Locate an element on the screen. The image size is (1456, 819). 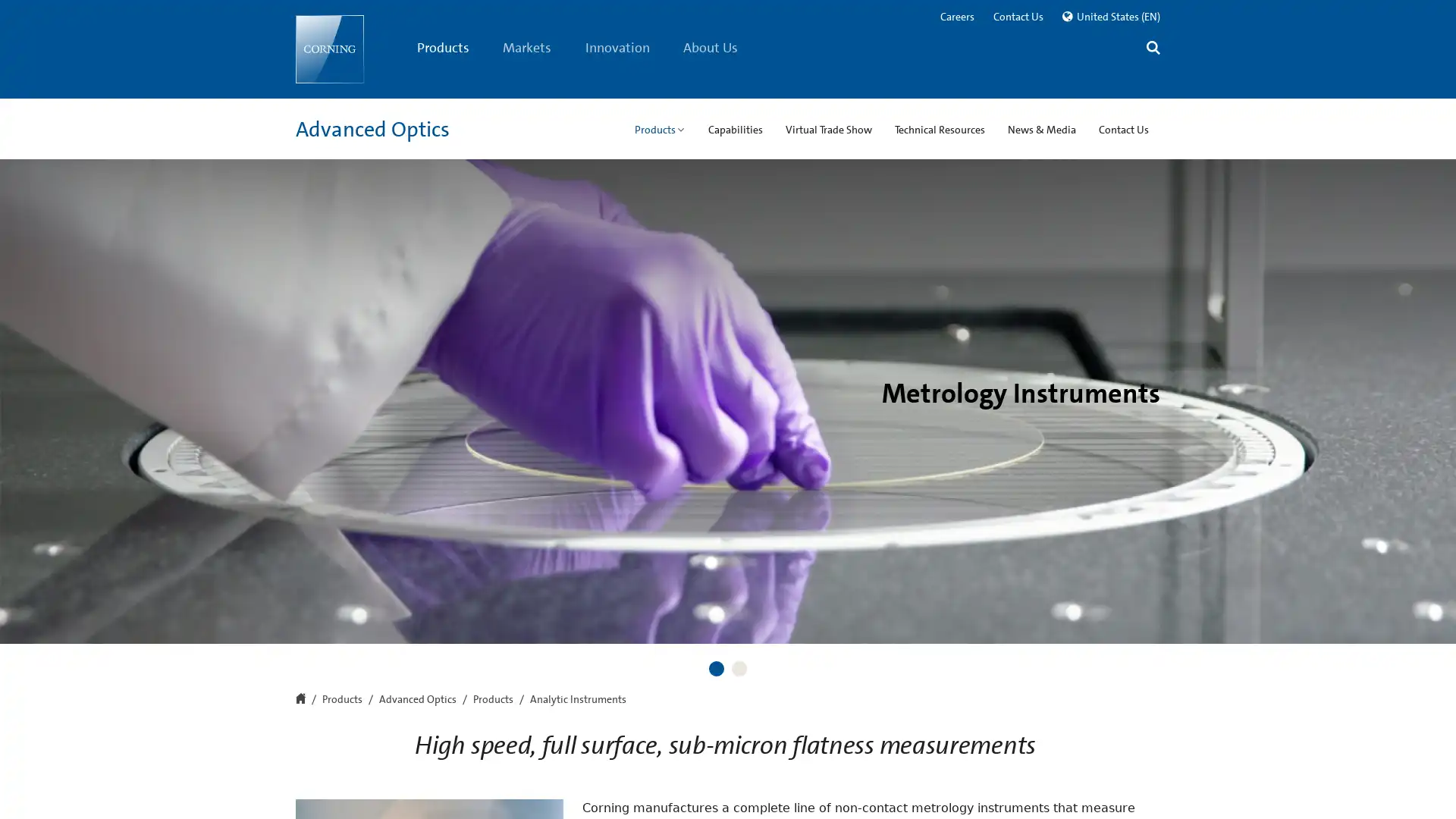
Close is located at coordinates (1430, 785).